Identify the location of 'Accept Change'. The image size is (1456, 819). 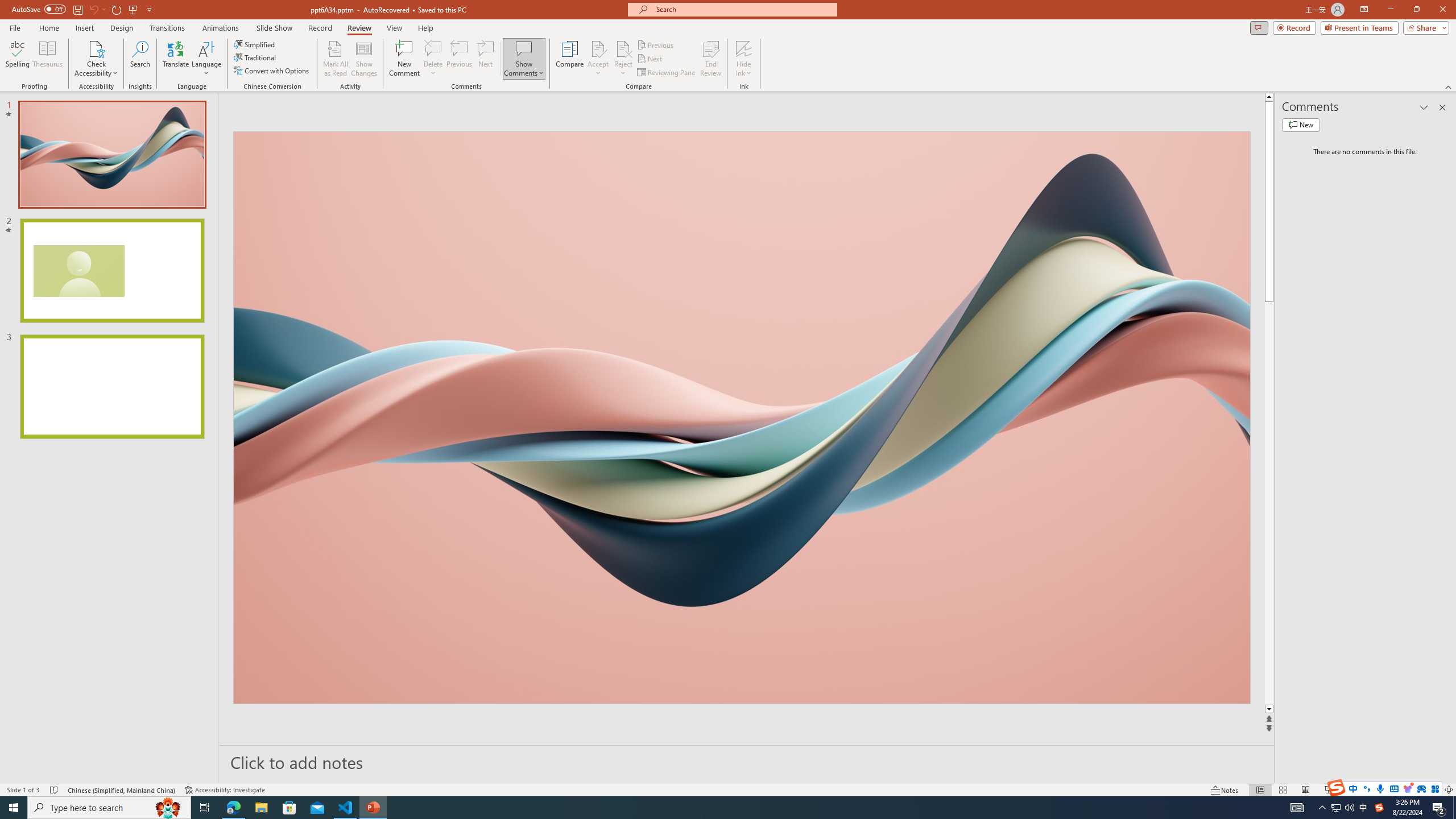
(598, 48).